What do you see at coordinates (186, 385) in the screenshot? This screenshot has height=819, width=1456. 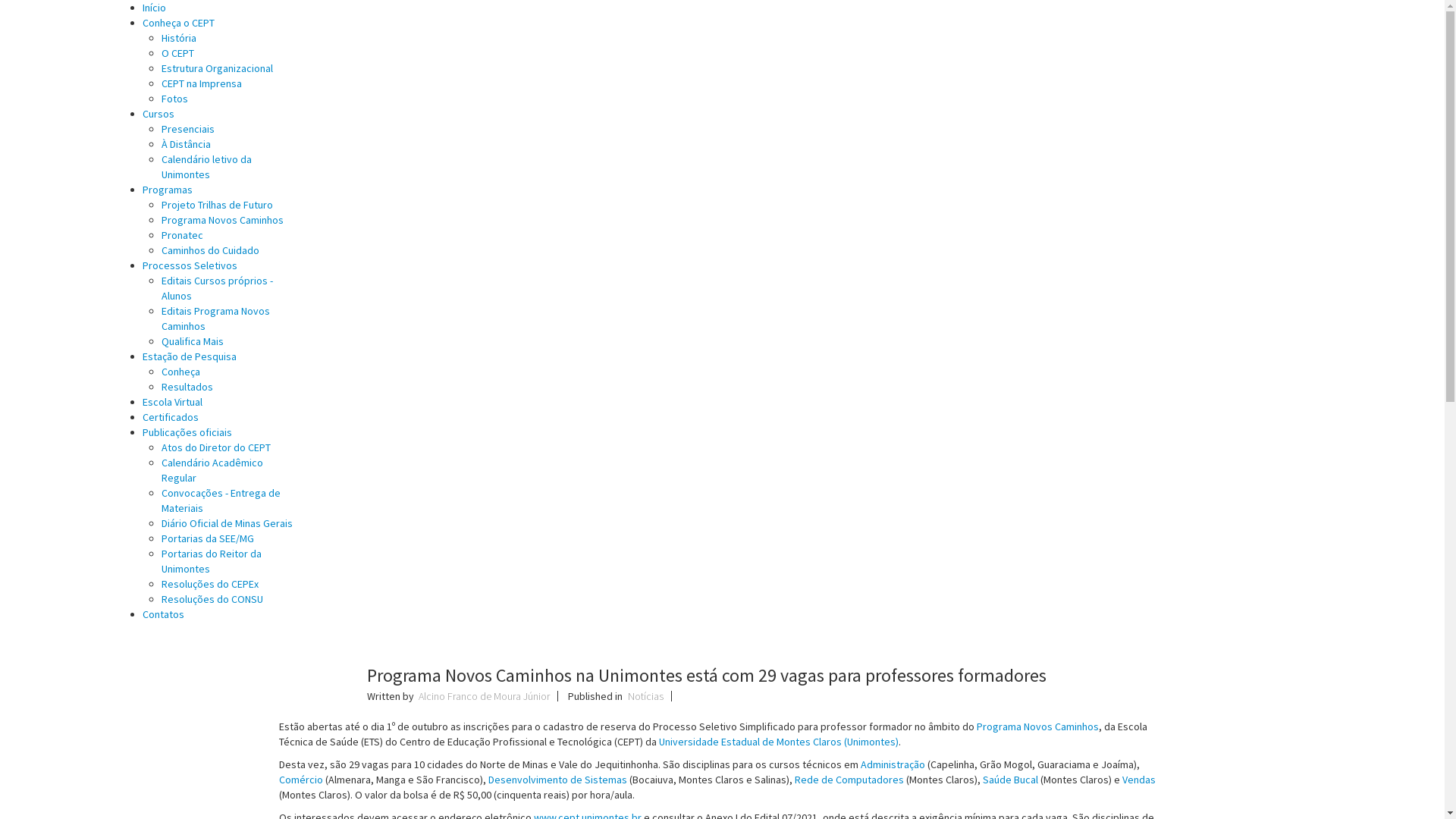 I see `'Resultados'` at bounding box center [186, 385].